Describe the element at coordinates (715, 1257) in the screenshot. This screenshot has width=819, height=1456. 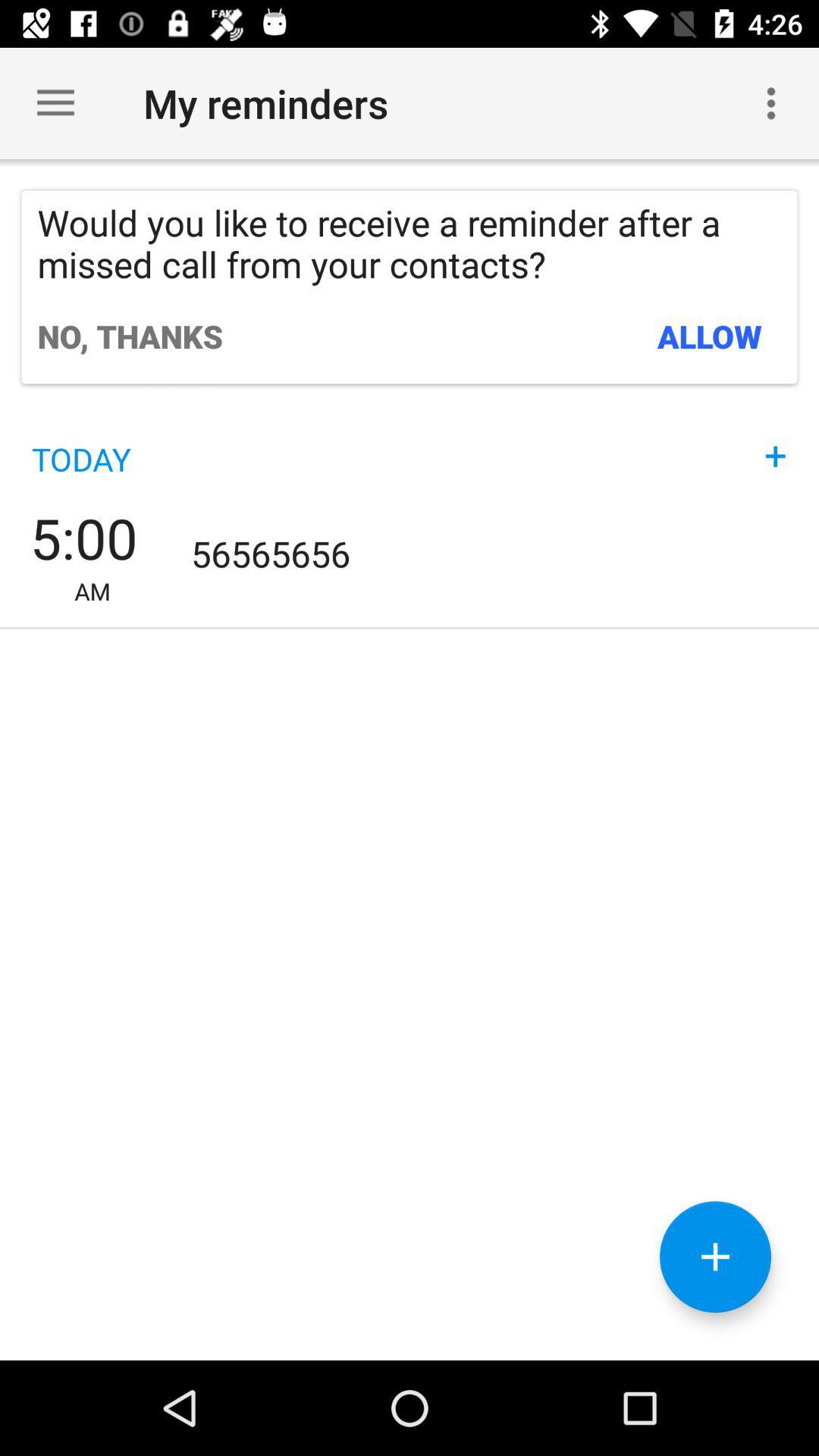
I see `a reminder` at that location.